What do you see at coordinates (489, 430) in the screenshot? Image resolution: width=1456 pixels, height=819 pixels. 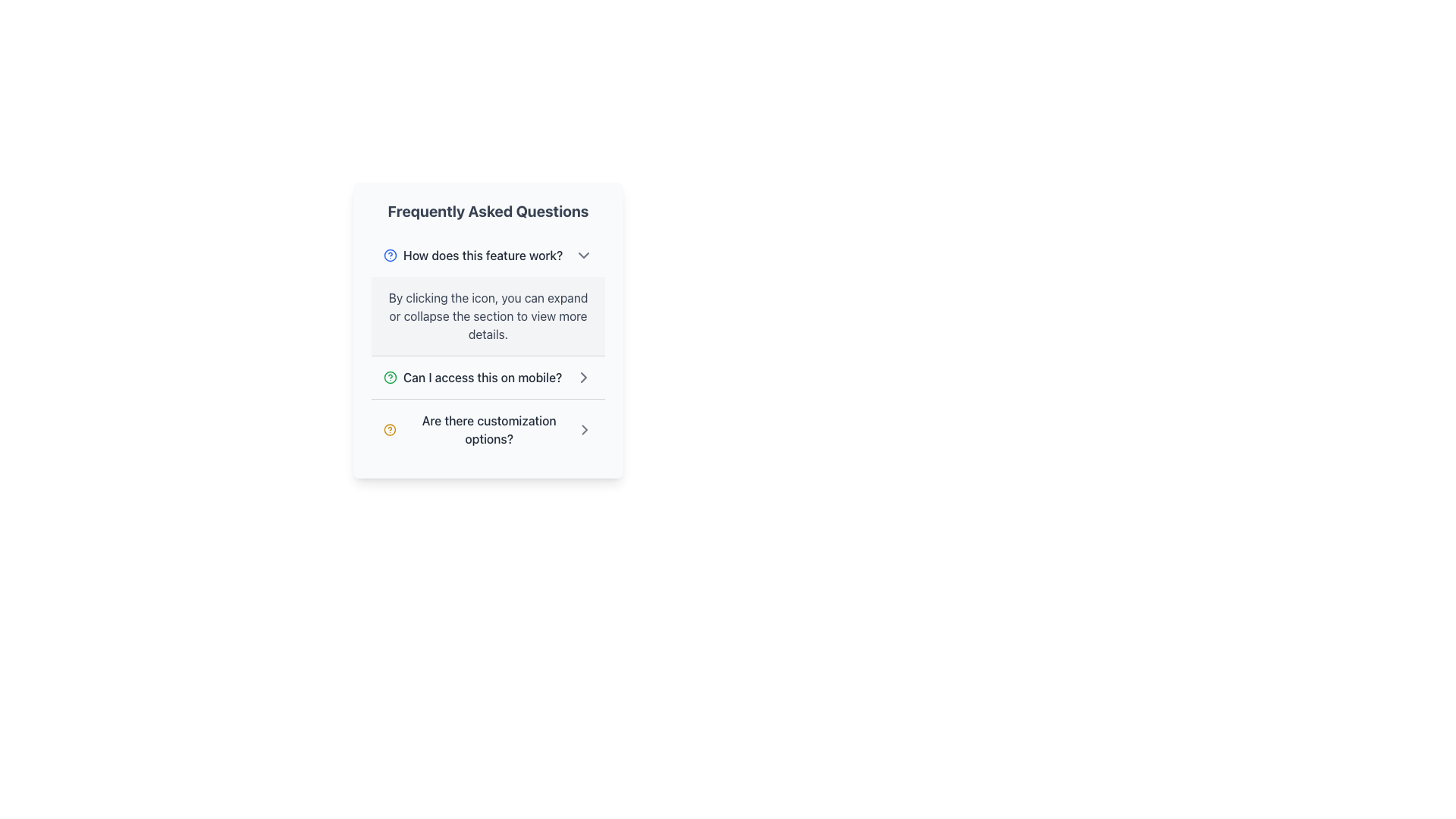 I see `the text label that inquires about customization options, located in the FAQ section as the last question after 'Can I access this on mobile?'` at bounding box center [489, 430].